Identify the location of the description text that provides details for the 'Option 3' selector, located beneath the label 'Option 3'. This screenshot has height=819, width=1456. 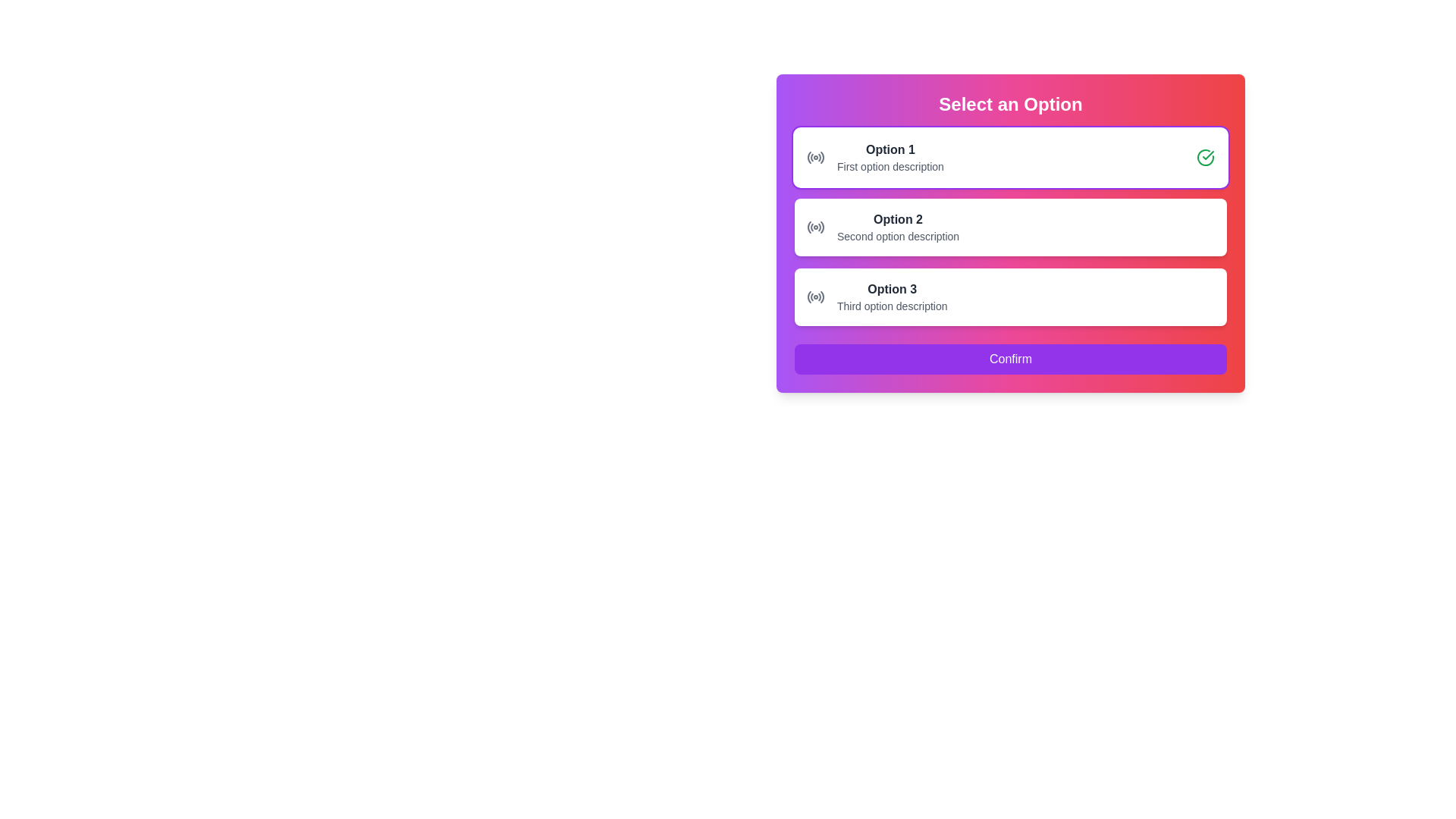
(892, 306).